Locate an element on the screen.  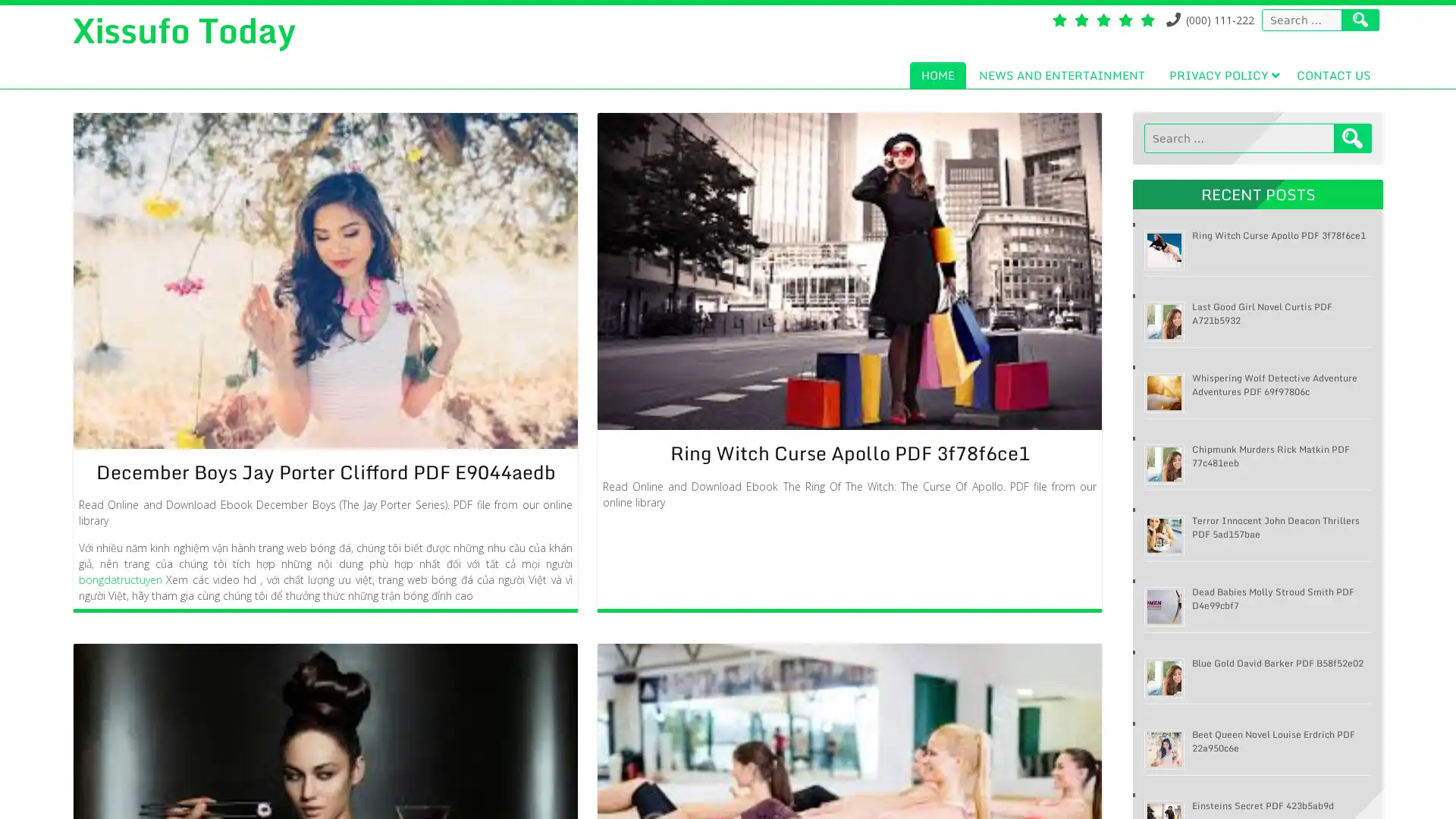
Search is located at coordinates (1360, 20).